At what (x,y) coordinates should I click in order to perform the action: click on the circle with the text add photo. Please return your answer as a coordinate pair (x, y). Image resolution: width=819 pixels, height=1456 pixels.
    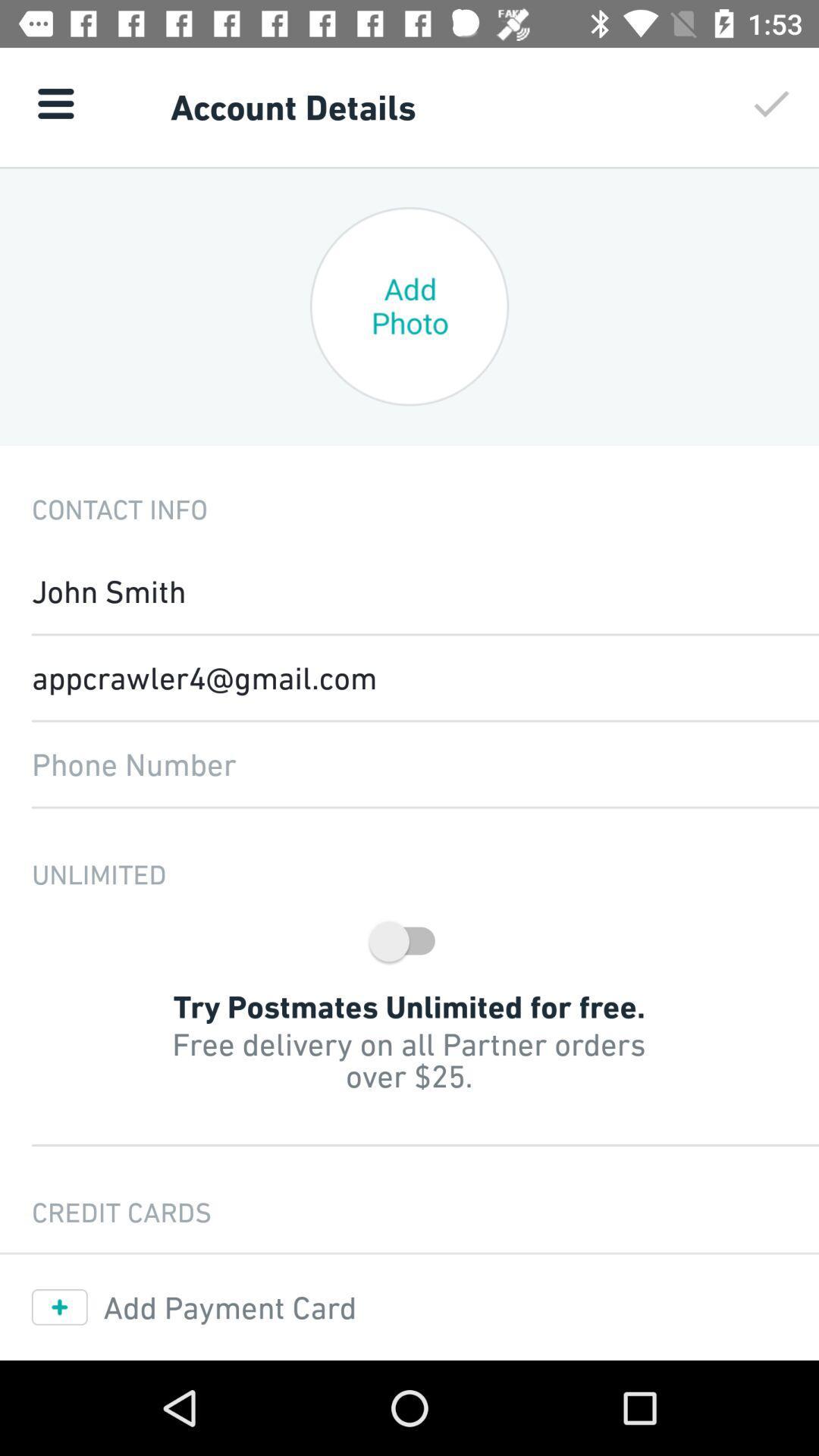
    Looking at the image, I should click on (409, 306).